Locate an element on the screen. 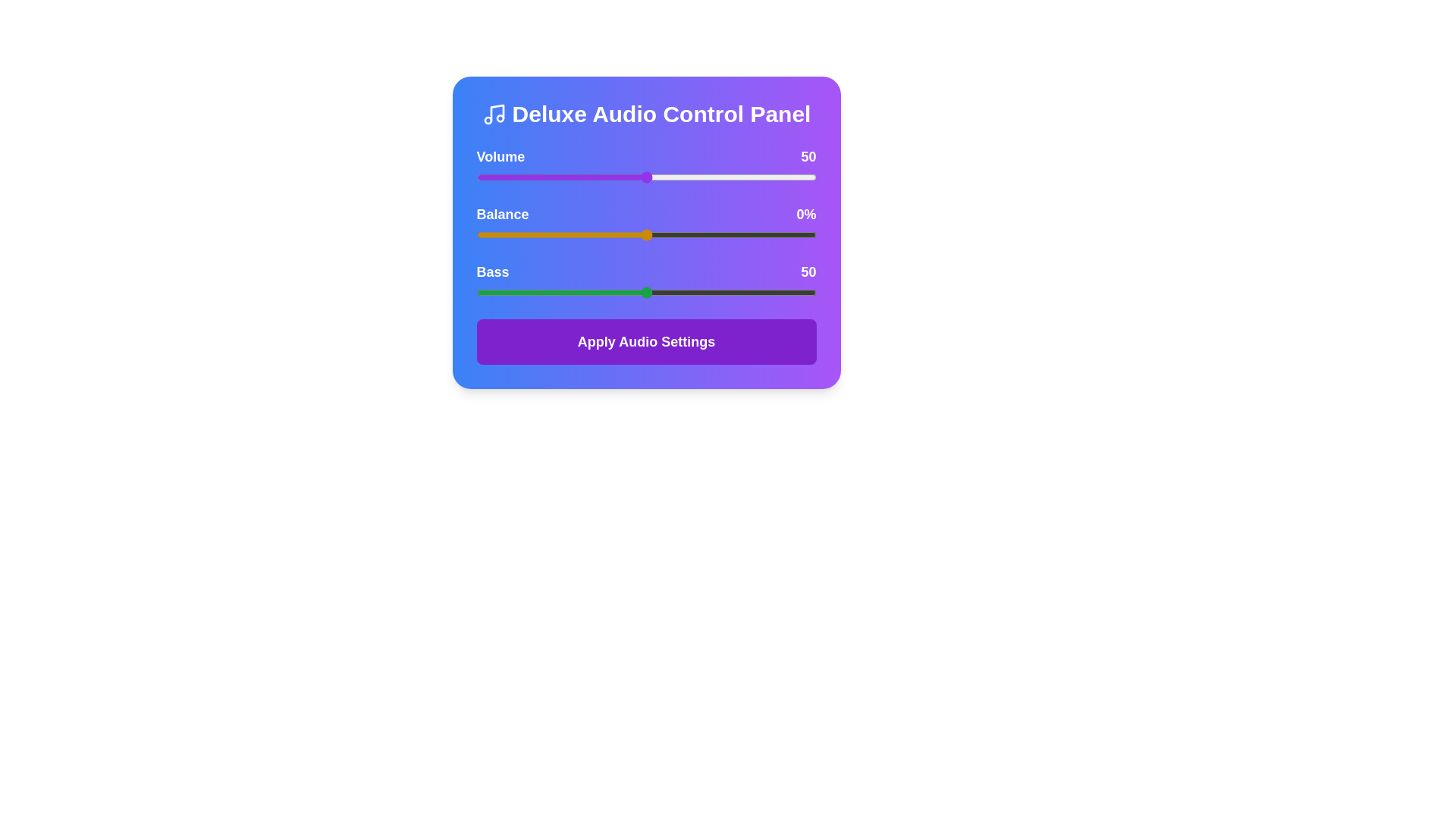 Image resolution: width=1456 pixels, height=819 pixels. bass level is located at coordinates (795, 292).